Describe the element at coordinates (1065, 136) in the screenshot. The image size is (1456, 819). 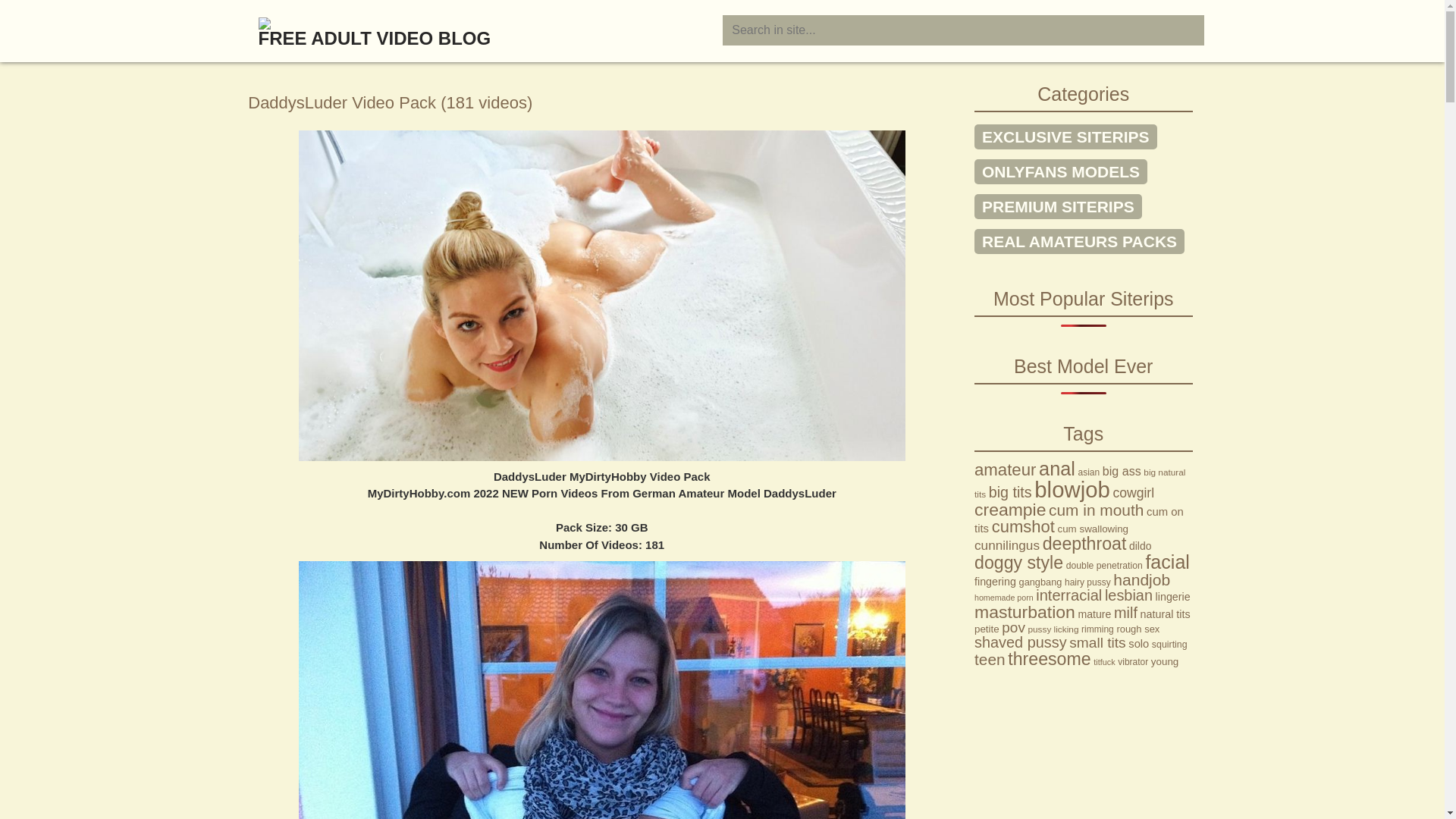
I see `'EXCLUSIVE SITERIPS'` at that location.